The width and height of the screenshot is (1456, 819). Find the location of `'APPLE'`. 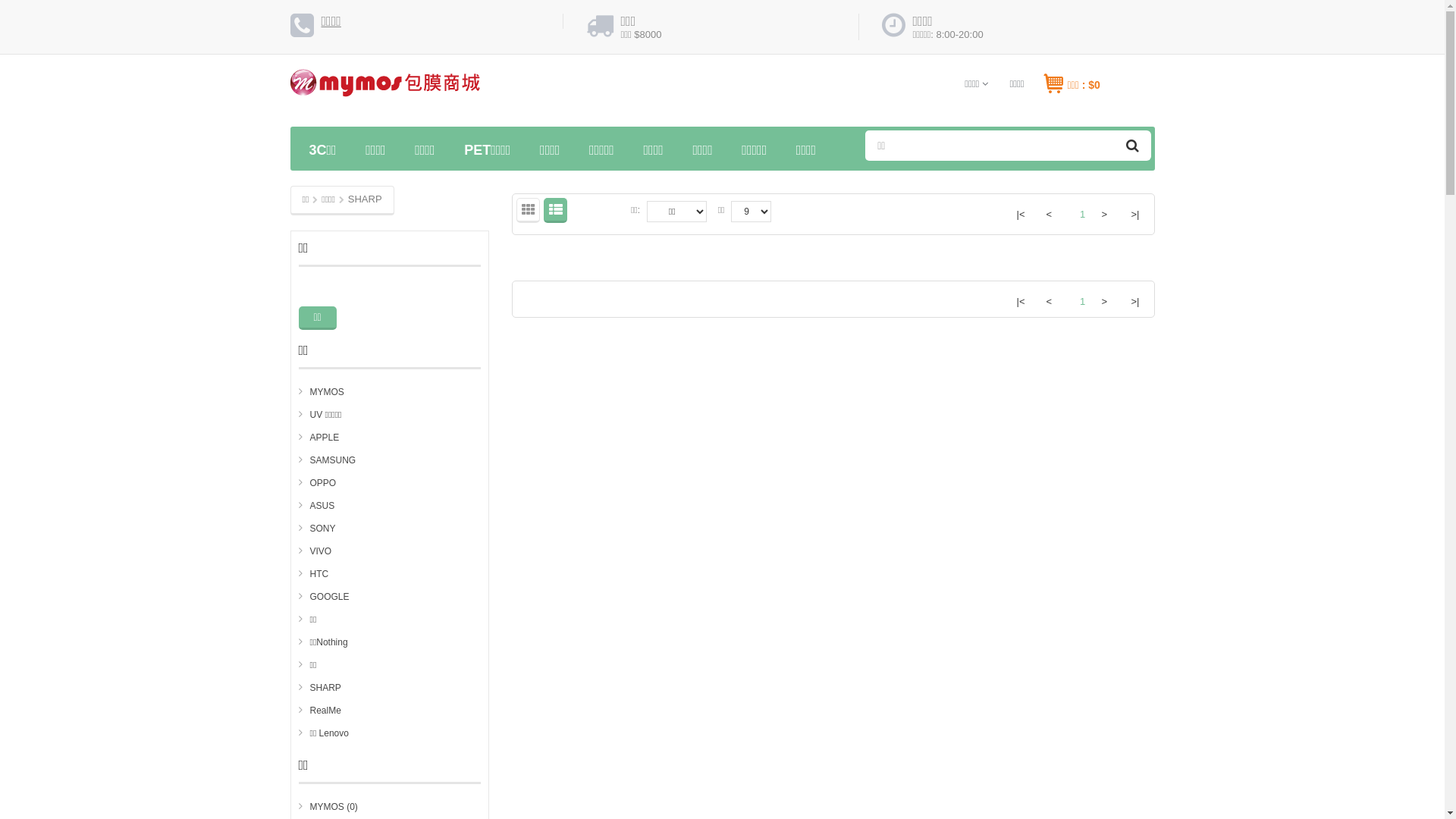

'APPLE' is located at coordinates (298, 438).